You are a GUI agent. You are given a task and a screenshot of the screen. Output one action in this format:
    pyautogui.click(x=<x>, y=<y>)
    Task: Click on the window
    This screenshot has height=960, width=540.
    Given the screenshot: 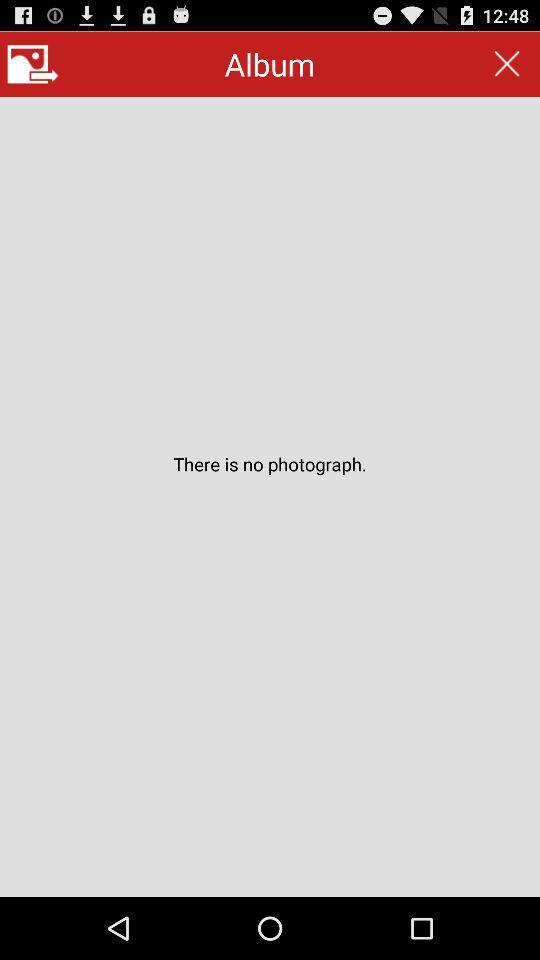 What is the action you would take?
    pyautogui.click(x=507, y=64)
    